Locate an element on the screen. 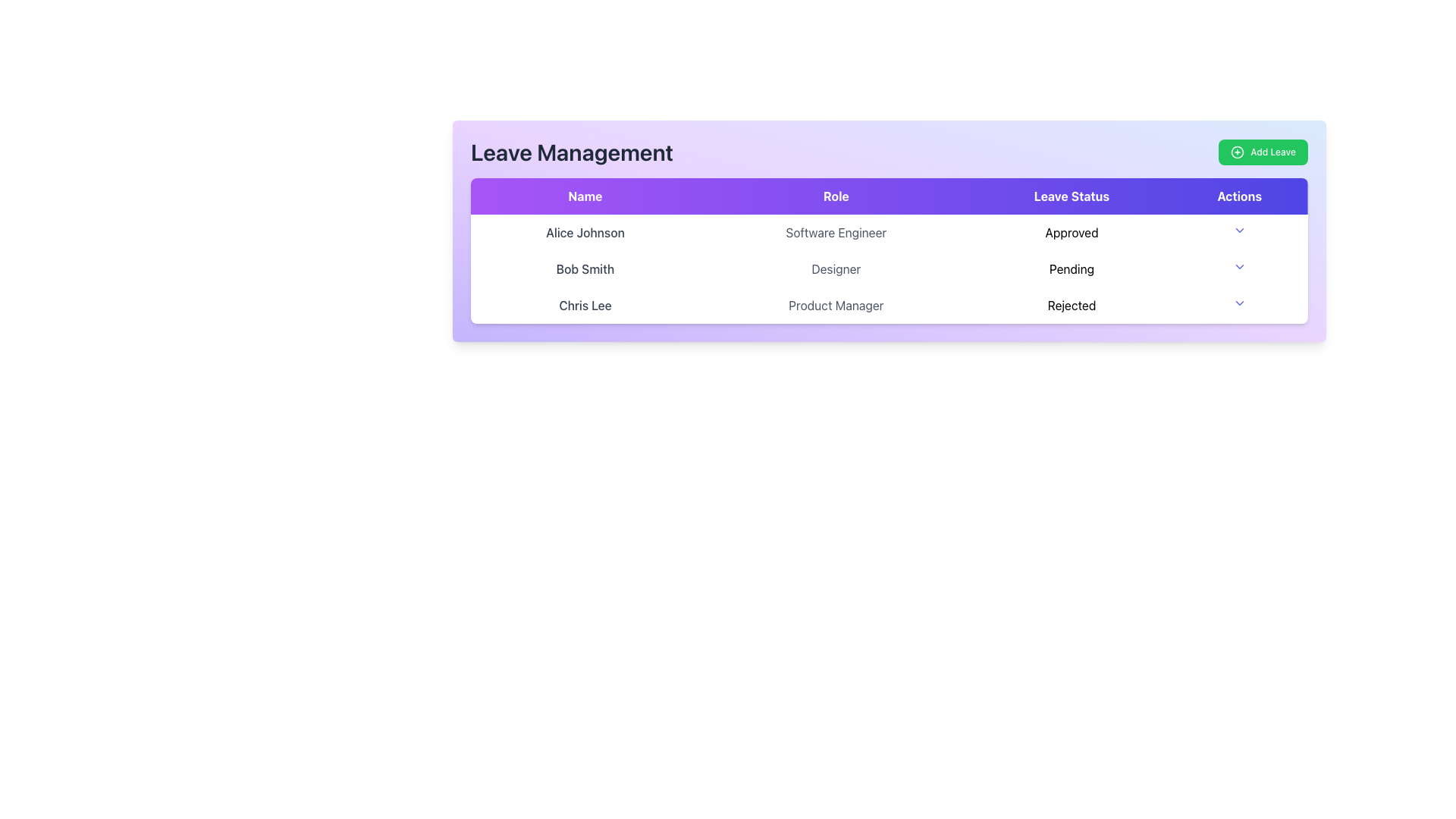 The height and width of the screenshot is (819, 1456). the dropdown icon in the third row under the 'Actions' column of the table is located at coordinates (1239, 303).